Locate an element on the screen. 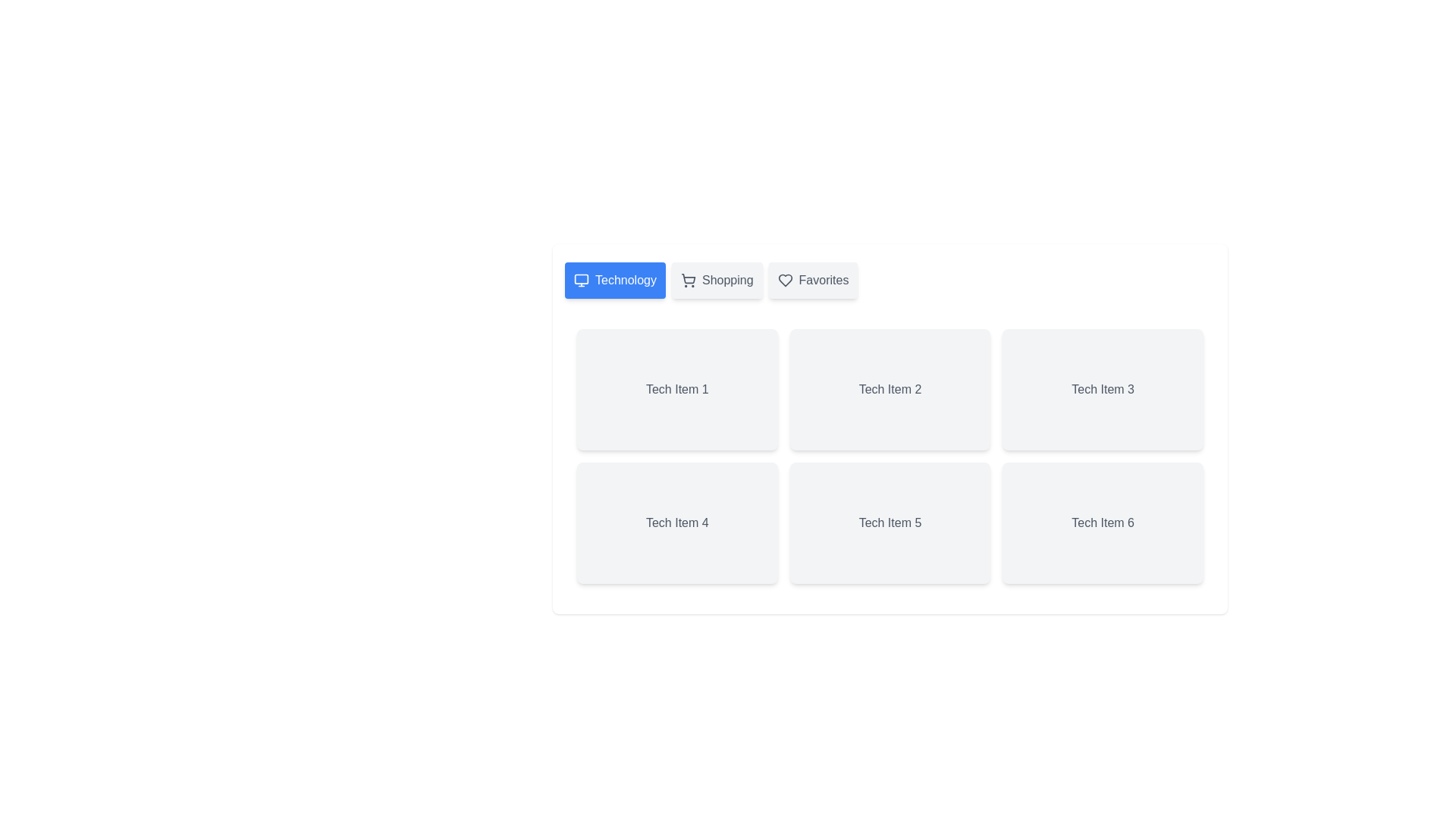 The image size is (1456, 819). the tab labeled Technology to switch the active view to that tab is located at coordinates (615, 281).